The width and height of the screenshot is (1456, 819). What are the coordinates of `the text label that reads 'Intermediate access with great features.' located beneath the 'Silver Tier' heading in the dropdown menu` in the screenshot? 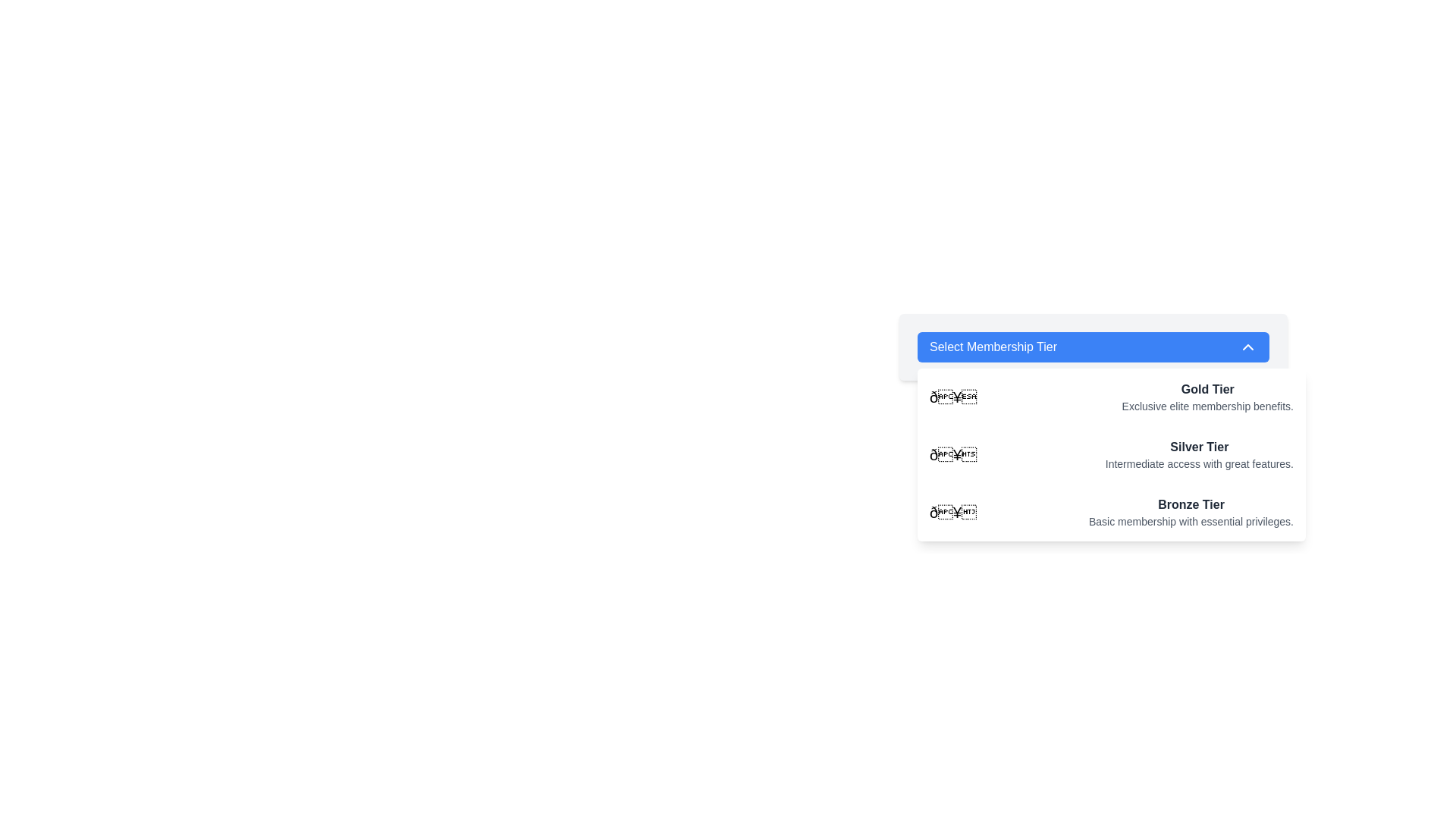 It's located at (1198, 463).